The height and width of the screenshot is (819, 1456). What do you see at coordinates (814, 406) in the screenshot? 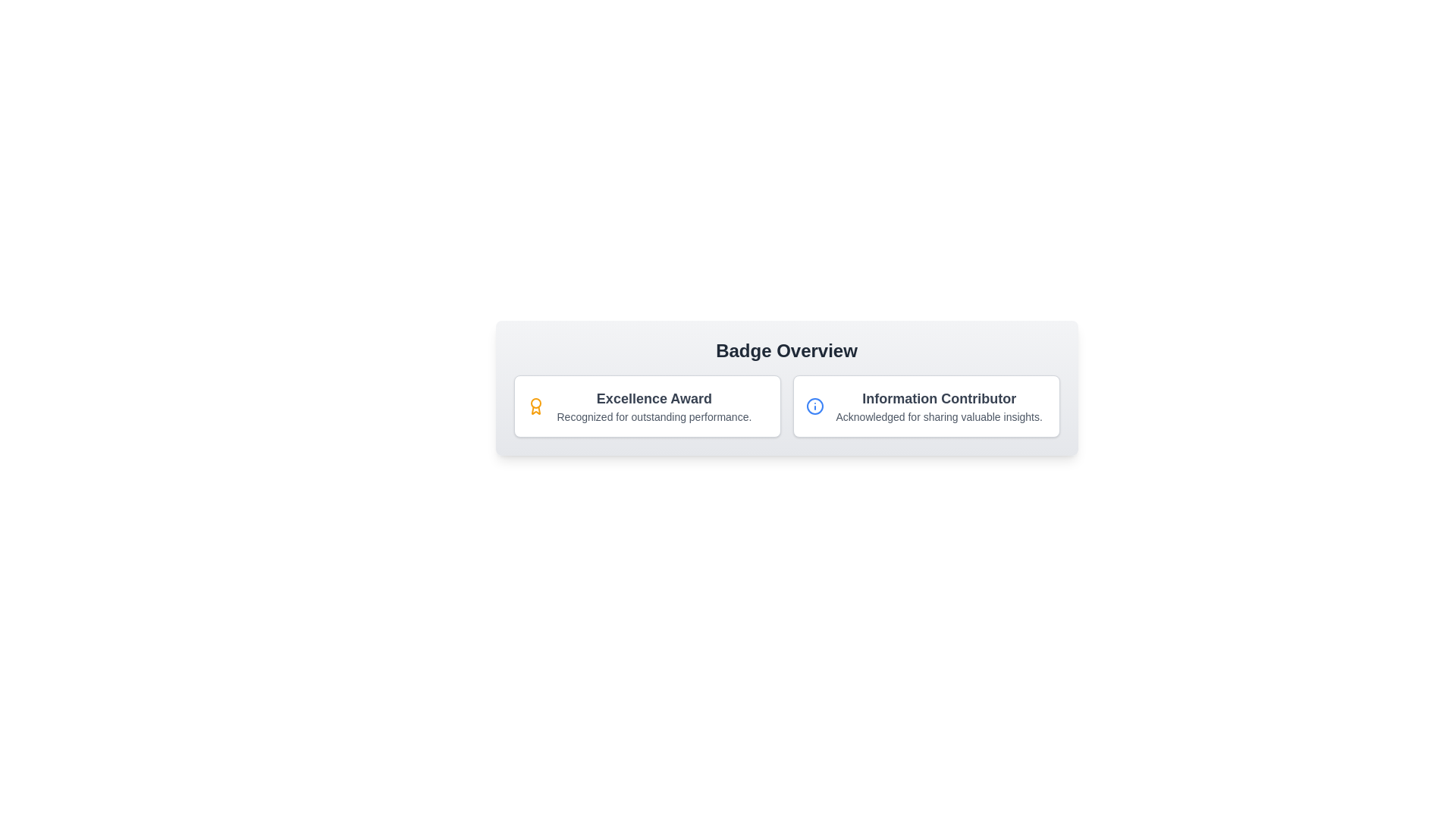
I see `the 'Information Contributor' badge icon located to the left of the badge text in the badge overview section` at bounding box center [814, 406].